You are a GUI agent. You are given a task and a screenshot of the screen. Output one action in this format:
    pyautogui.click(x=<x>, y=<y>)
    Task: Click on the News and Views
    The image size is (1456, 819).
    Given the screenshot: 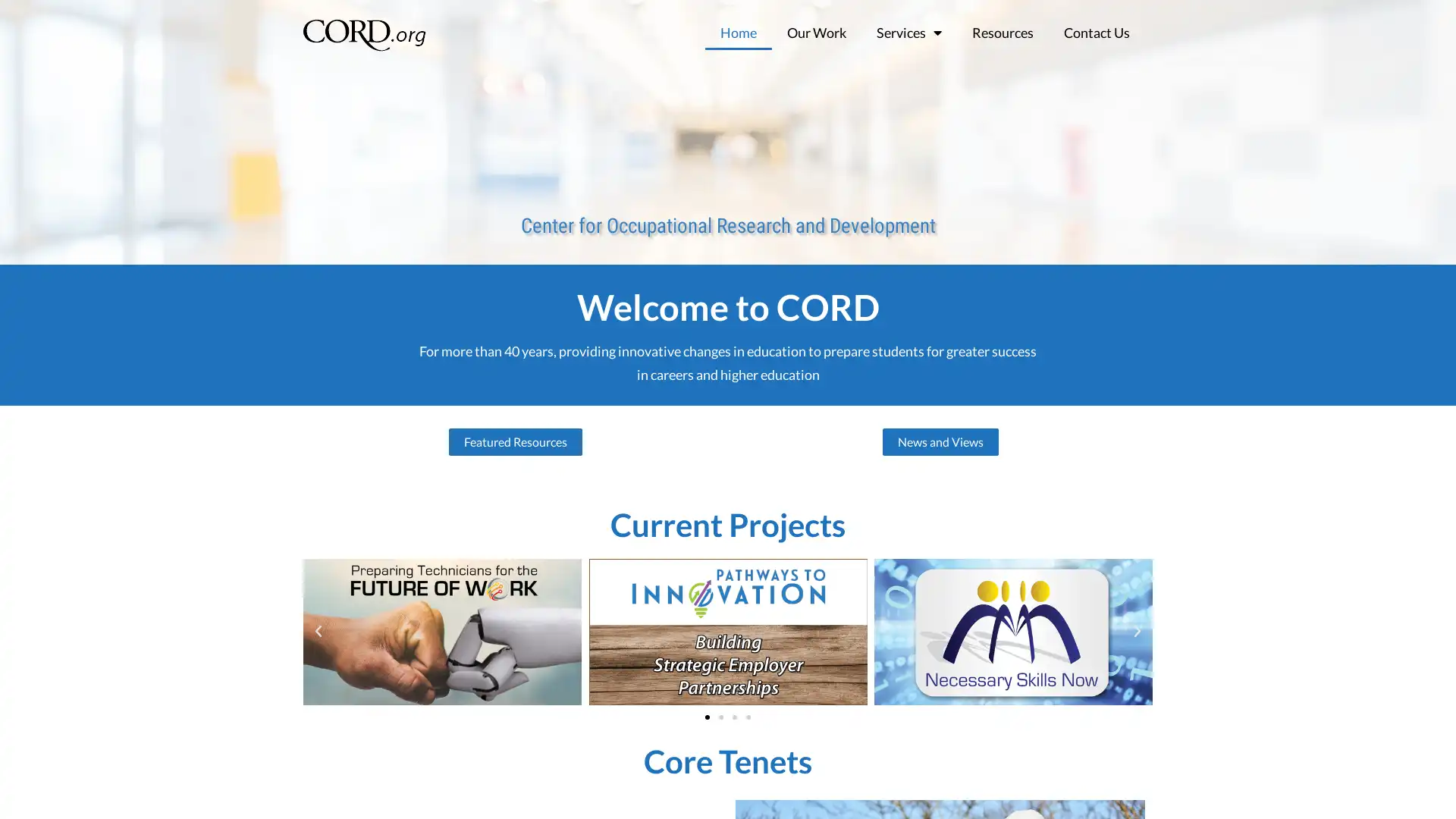 What is the action you would take?
    pyautogui.click(x=939, y=441)
    